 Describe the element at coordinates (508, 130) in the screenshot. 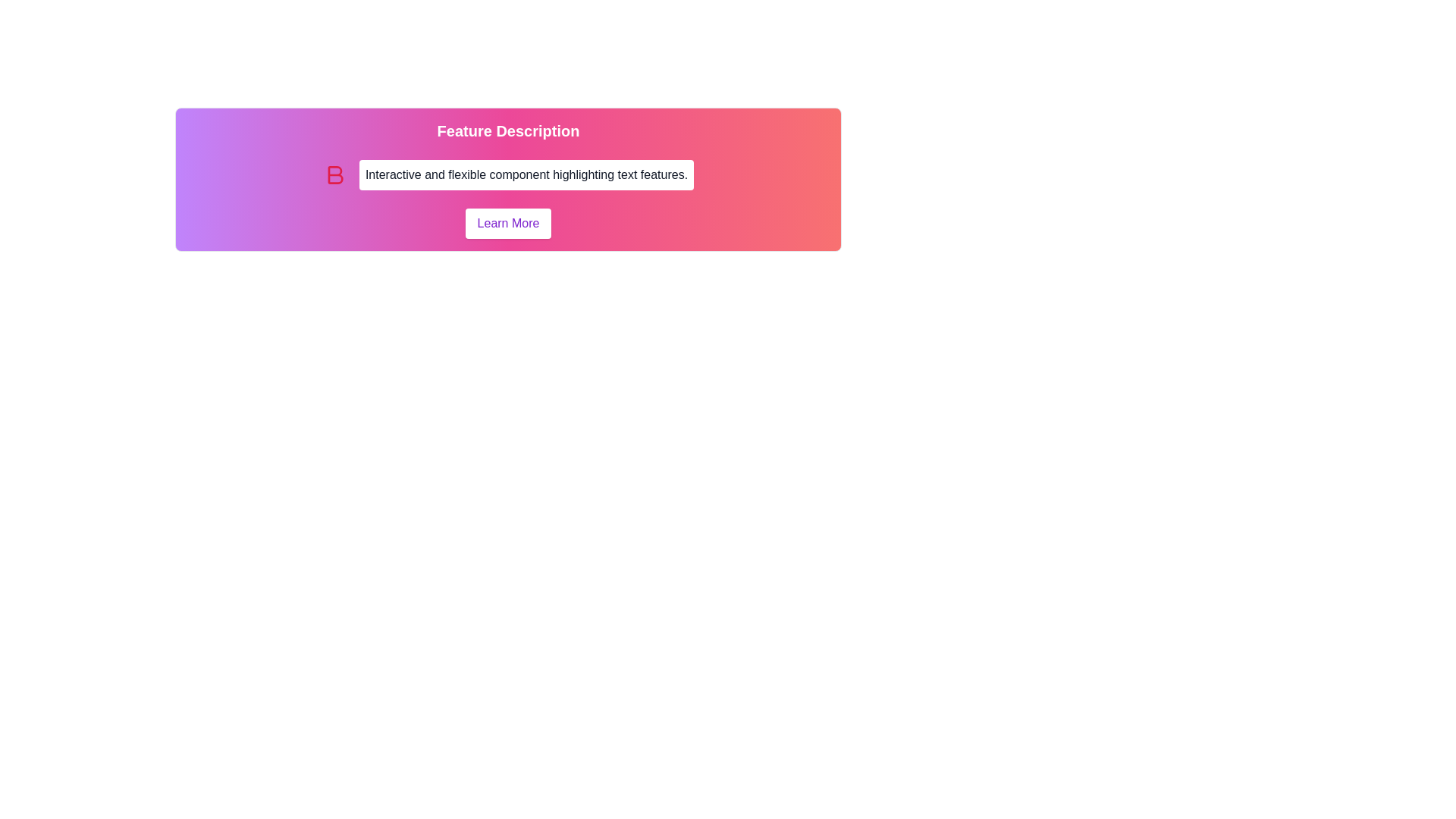

I see `text of the Heading located at the top-center of the section, above the description text and the 'Learn More' button` at that location.